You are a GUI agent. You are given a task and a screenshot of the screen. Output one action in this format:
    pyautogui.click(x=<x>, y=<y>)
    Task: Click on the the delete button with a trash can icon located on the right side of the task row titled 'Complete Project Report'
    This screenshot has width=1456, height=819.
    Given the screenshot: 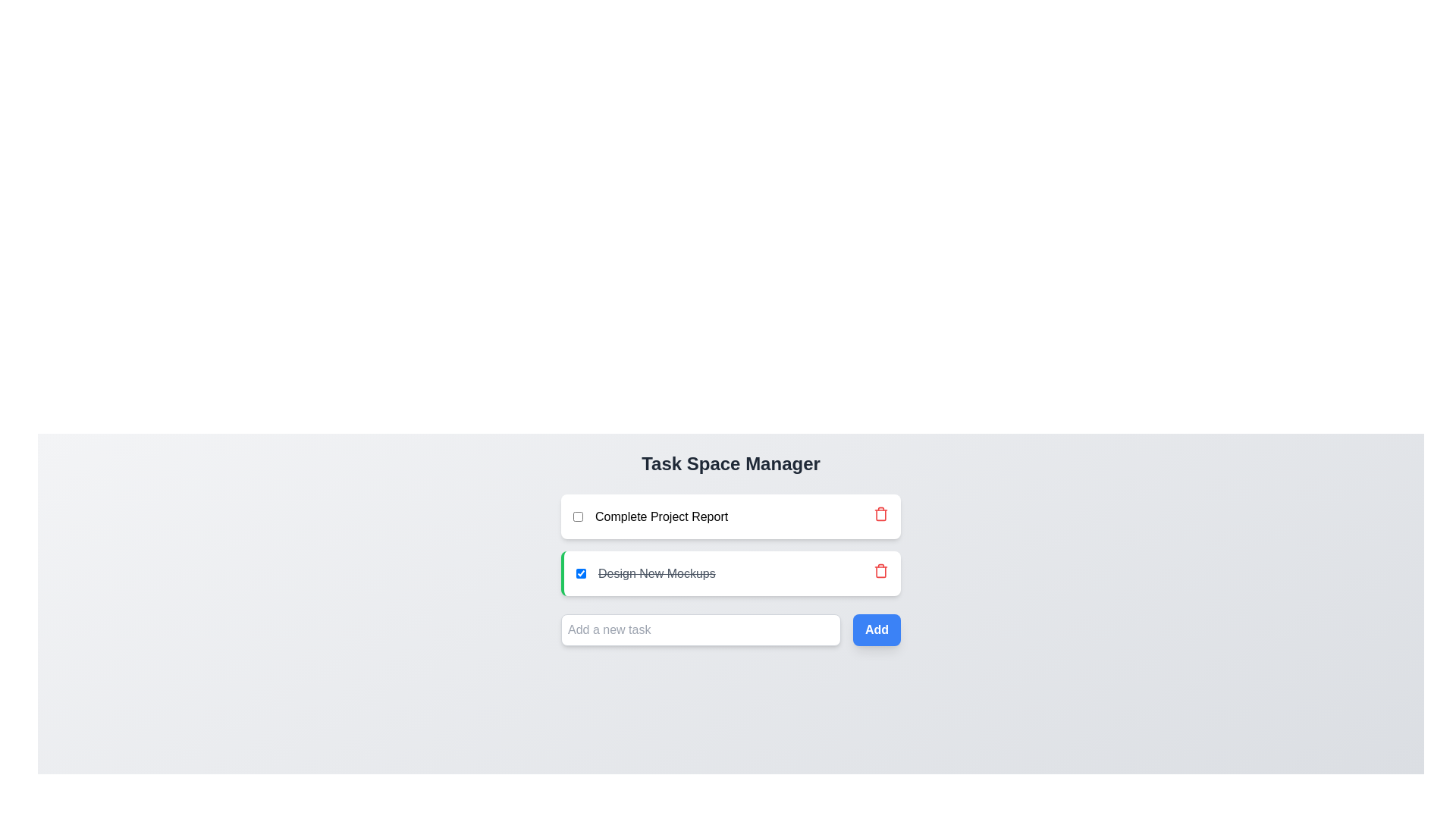 What is the action you would take?
    pyautogui.click(x=880, y=516)
    